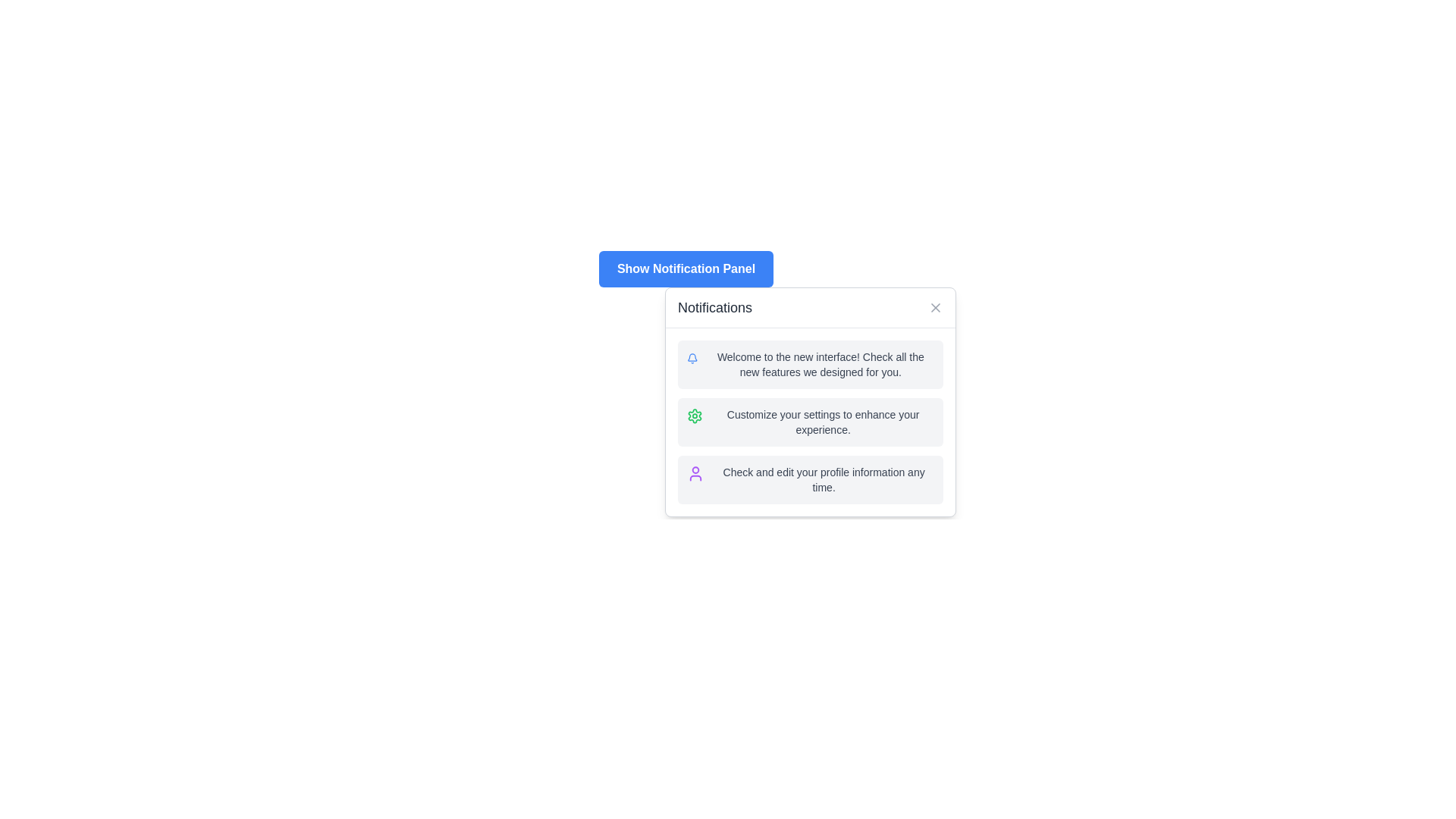 The height and width of the screenshot is (819, 1456). Describe the element at coordinates (694, 416) in the screenshot. I see `the prominent green cogwheel icon located centrally within the second notification option in the notifications panel` at that location.